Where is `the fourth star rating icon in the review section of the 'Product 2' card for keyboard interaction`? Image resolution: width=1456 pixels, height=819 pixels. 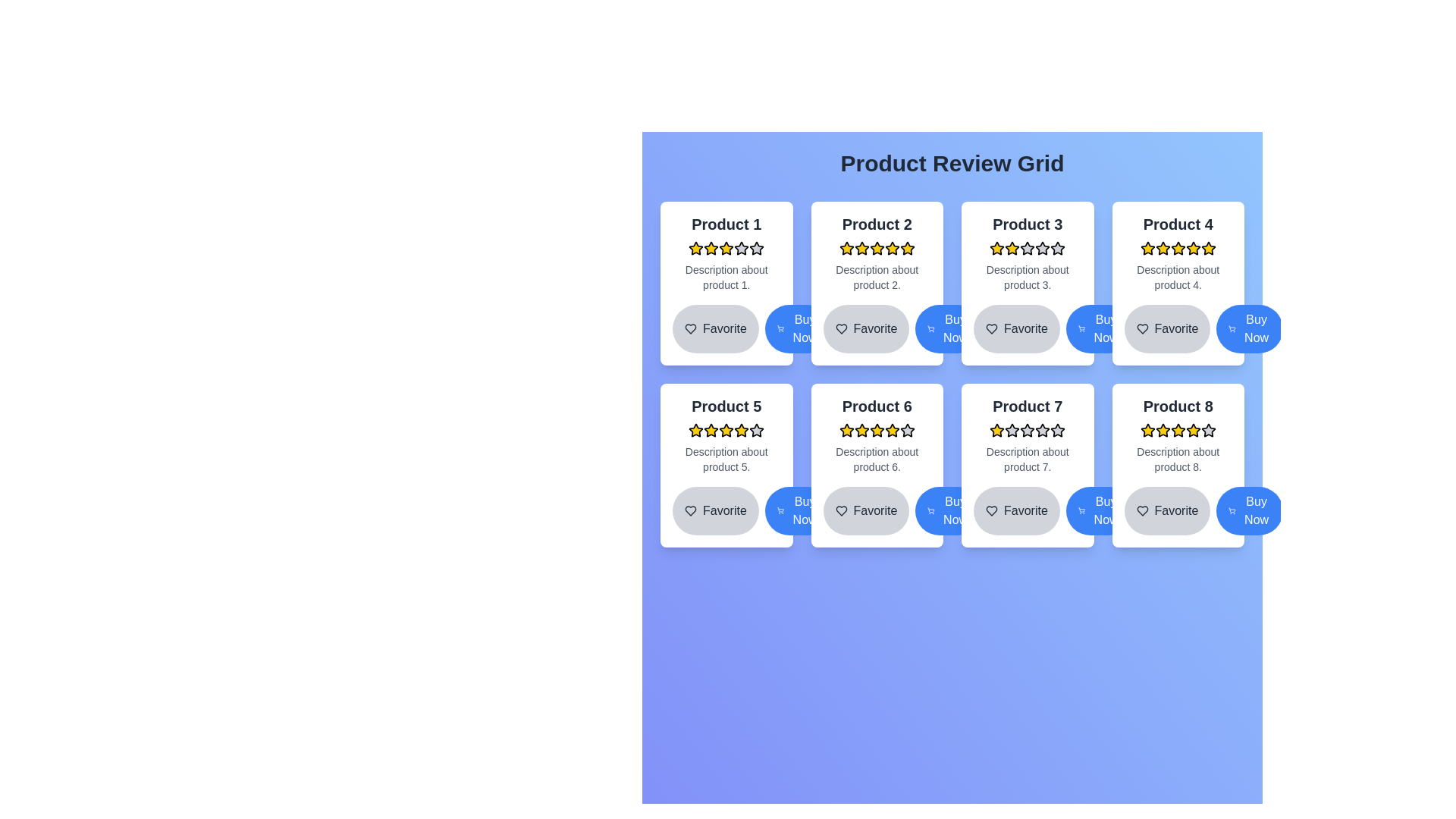 the fourth star rating icon in the review section of the 'Product 2' card for keyboard interaction is located at coordinates (877, 247).